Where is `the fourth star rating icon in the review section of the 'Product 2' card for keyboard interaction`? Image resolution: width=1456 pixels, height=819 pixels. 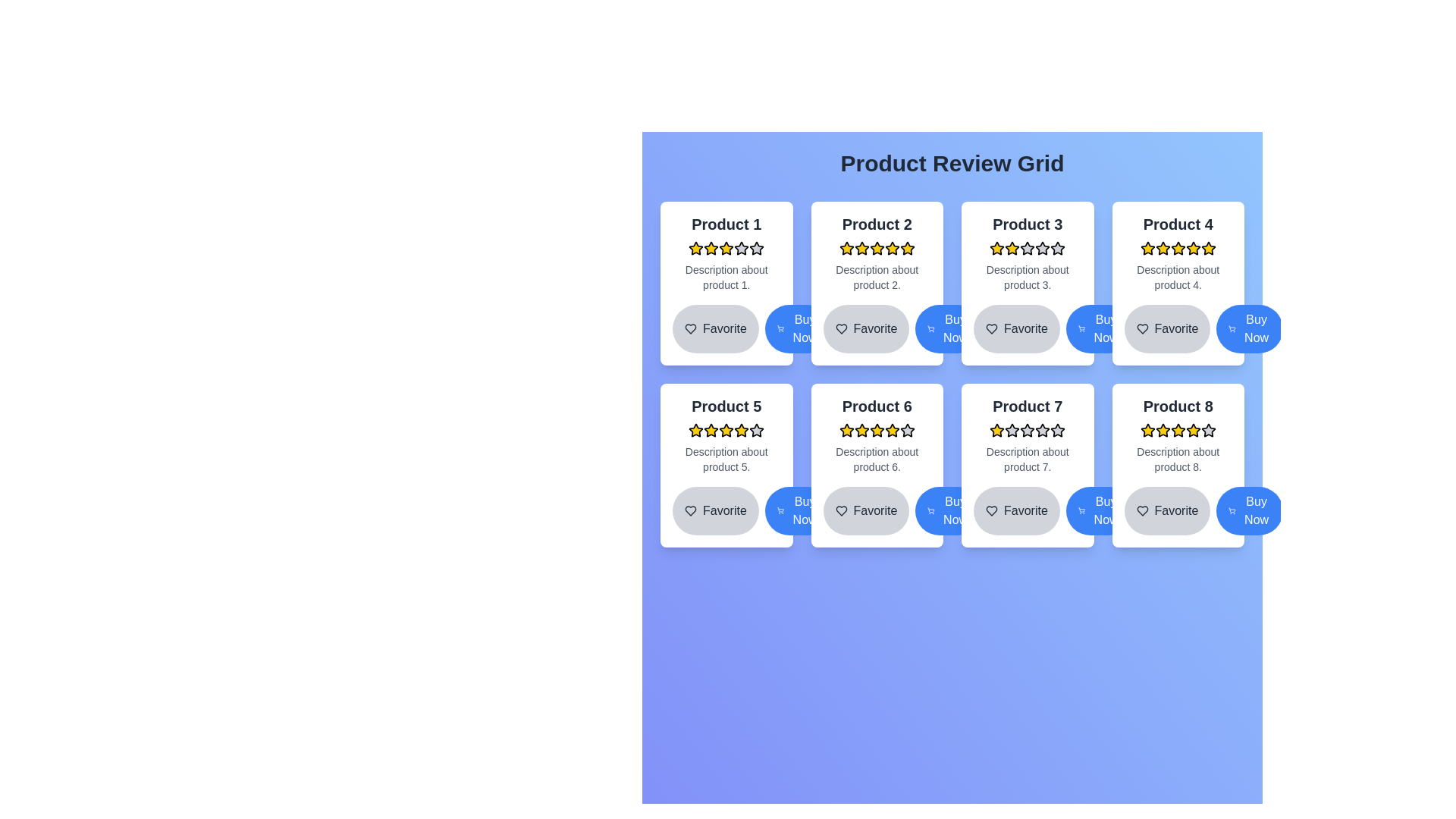 the fourth star rating icon in the review section of the 'Product 2' card for keyboard interaction is located at coordinates (877, 247).